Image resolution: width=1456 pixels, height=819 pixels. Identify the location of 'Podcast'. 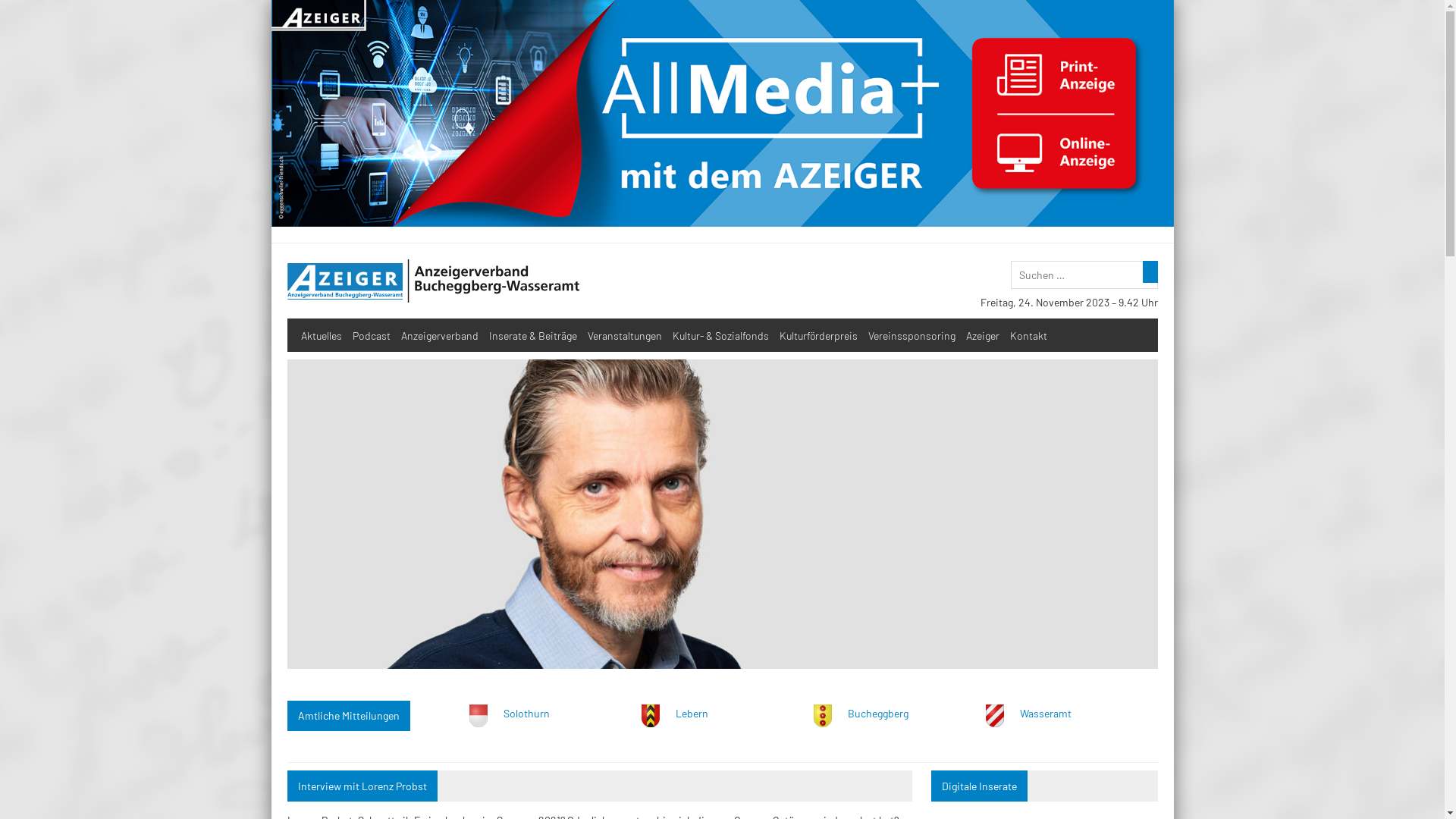
(346, 334).